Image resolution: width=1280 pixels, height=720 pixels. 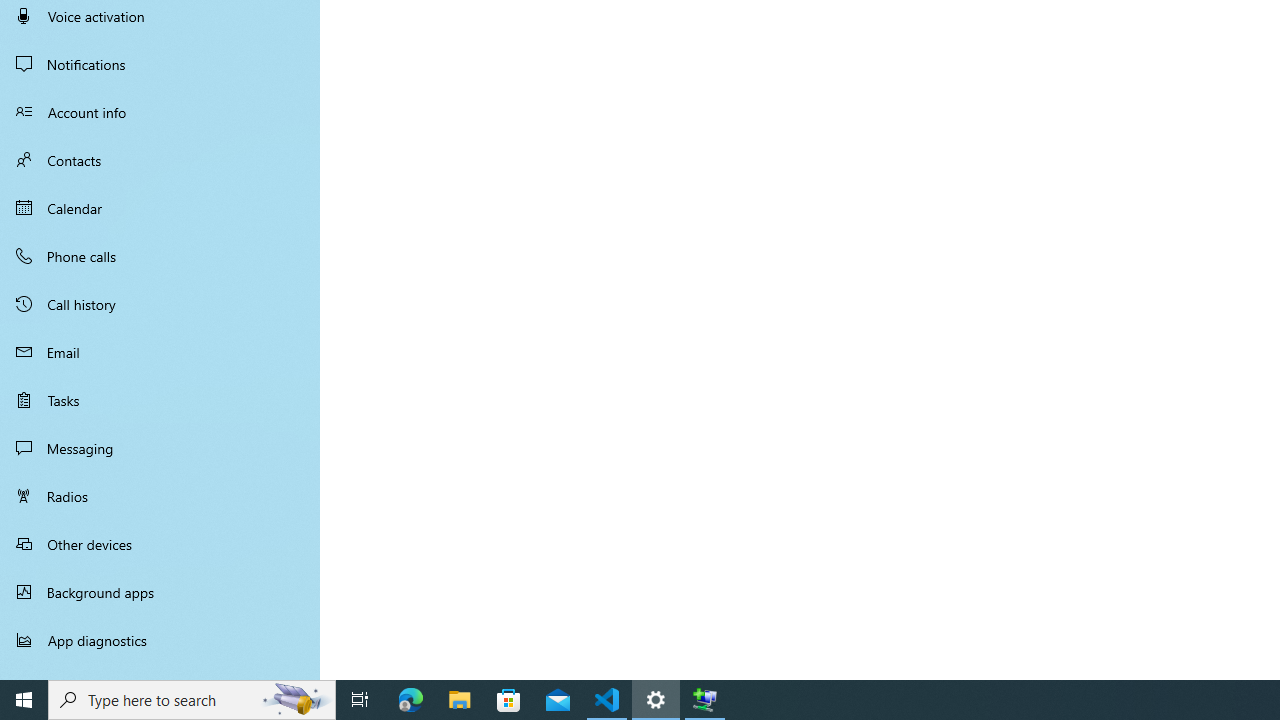 What do you see at coordinates (160, 254) in the screenshot?
I see `'Phone calls'` at bounding box center [160, 254].